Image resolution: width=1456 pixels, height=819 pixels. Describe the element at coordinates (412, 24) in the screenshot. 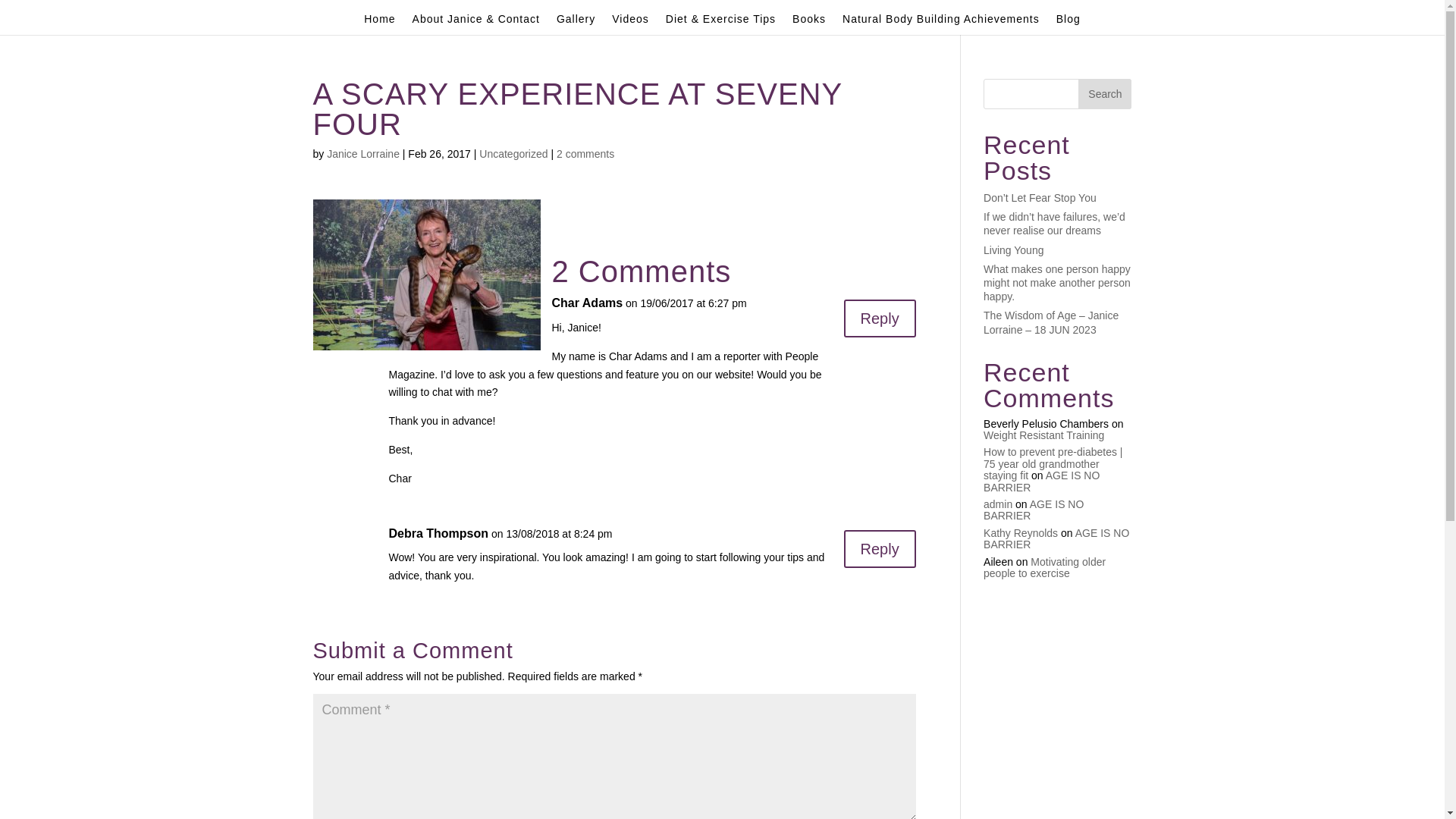

I see `'About Janice & Contact'` at that location.